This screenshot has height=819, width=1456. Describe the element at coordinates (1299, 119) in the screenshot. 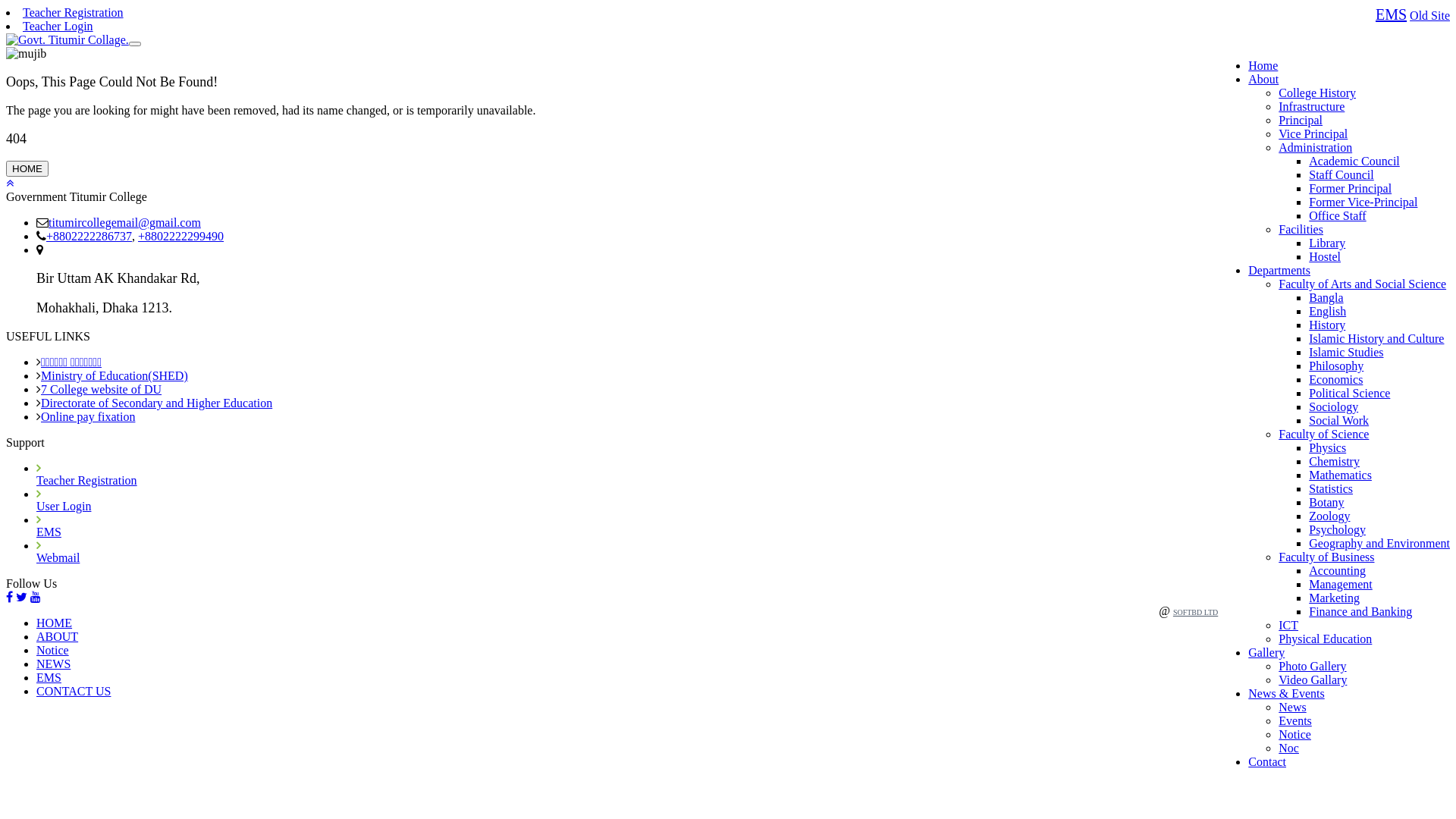

I see `'Principal'` at that location.